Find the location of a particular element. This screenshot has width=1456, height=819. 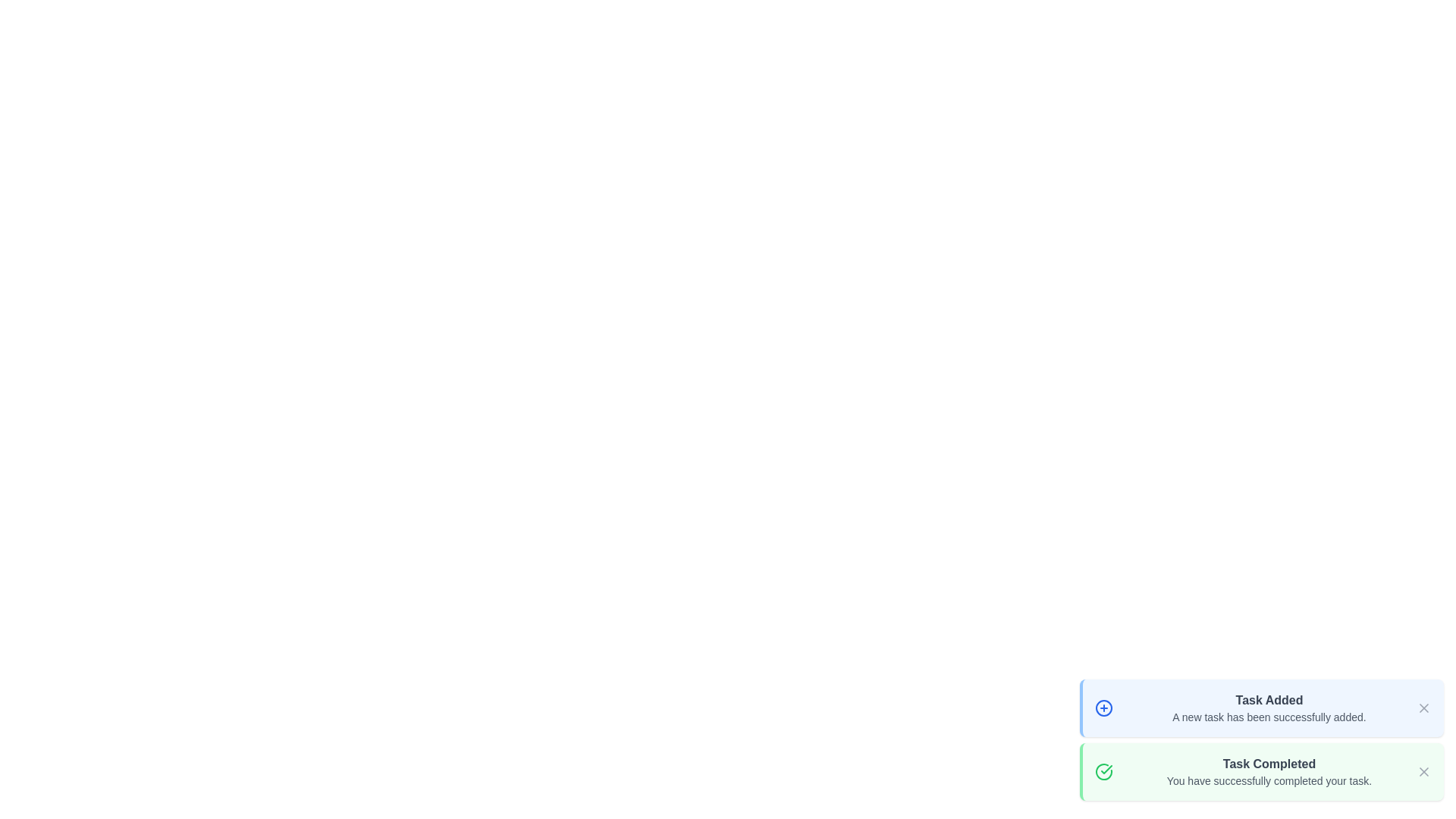

the notification panel element Task Completed notification to interact with it is located at coordinates (1262, 772).